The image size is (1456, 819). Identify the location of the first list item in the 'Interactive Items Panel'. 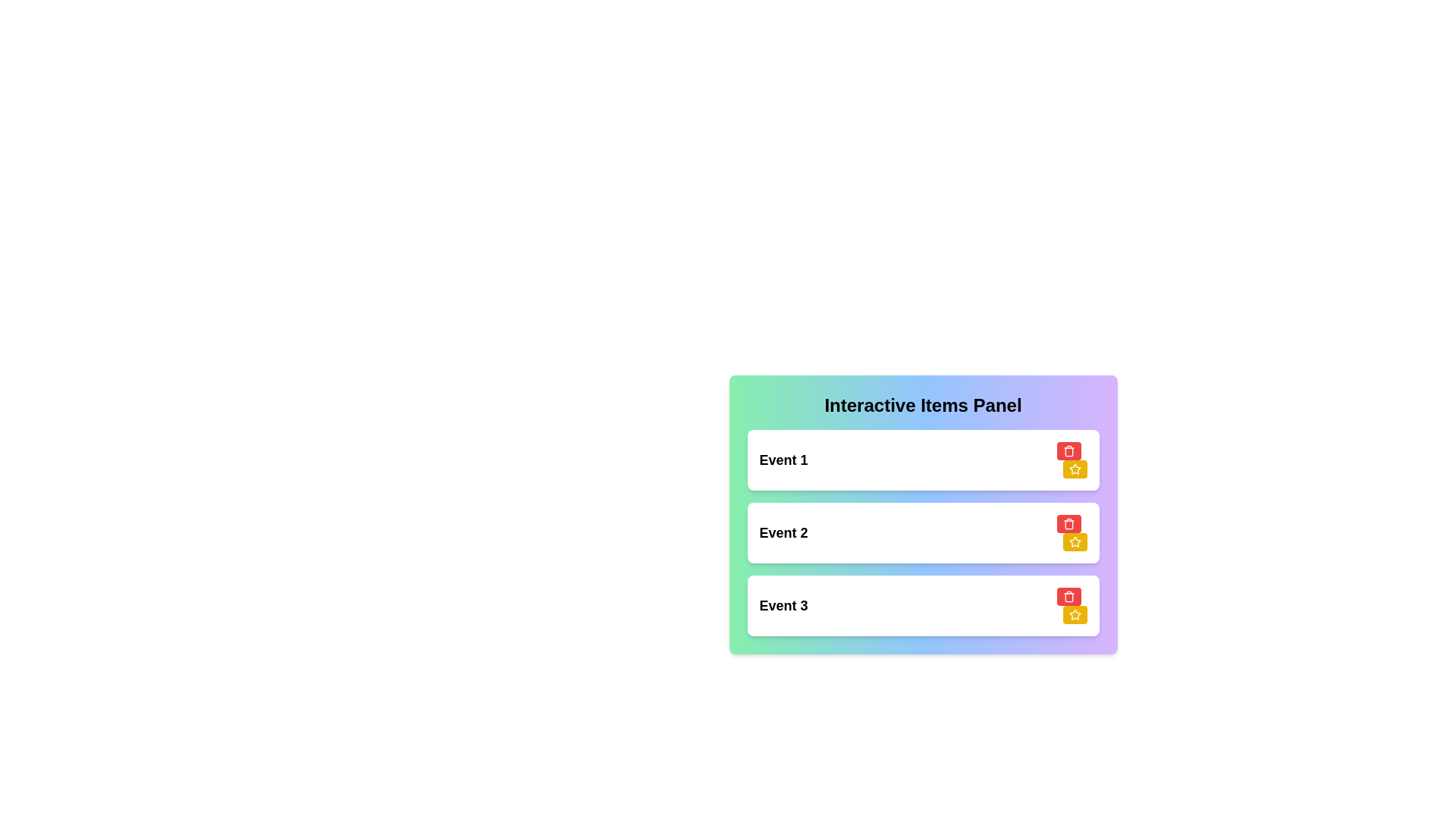
(922, 459).